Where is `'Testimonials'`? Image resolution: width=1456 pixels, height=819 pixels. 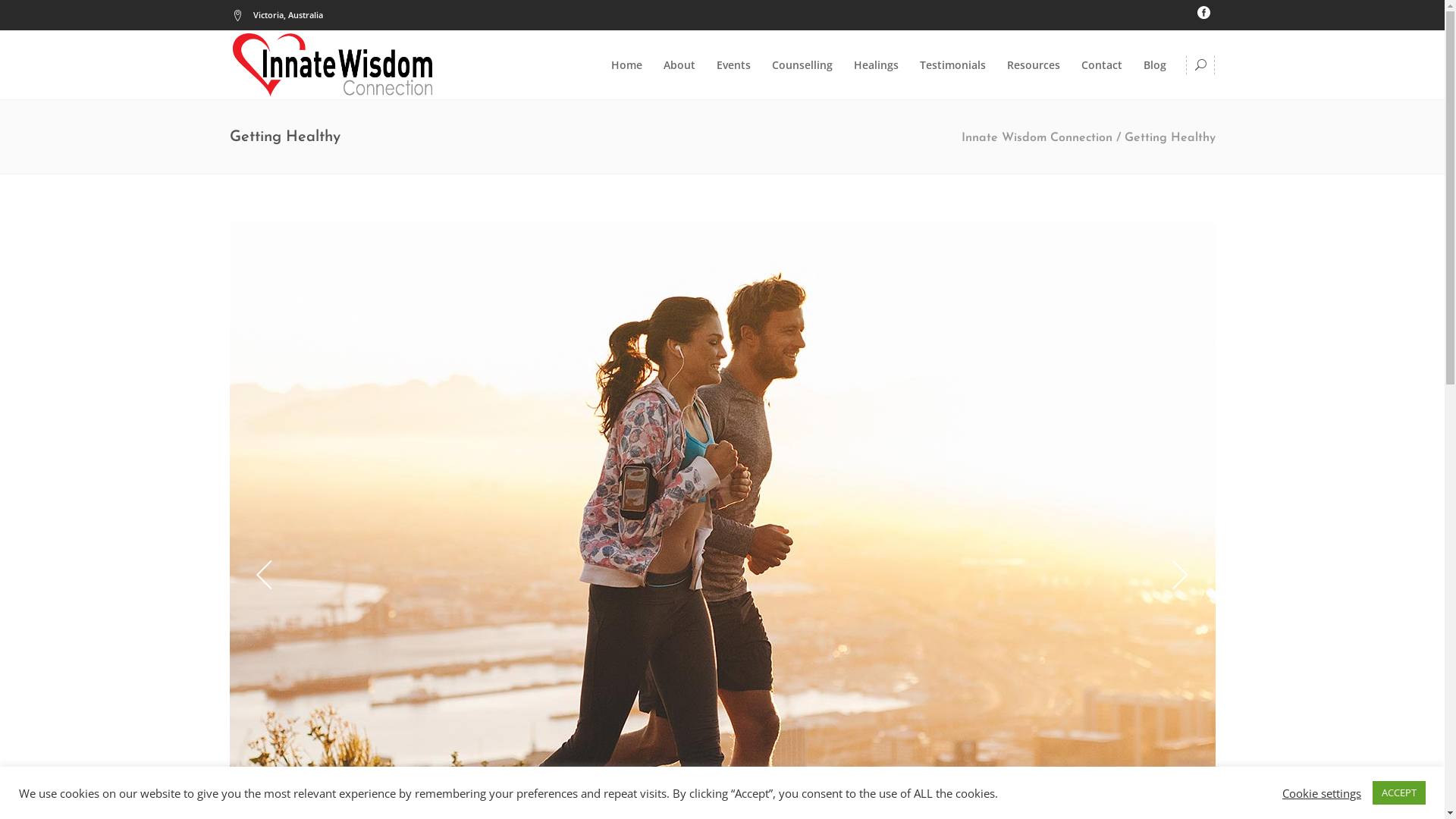 'Testimonials' is located at coordinates (951, 64).